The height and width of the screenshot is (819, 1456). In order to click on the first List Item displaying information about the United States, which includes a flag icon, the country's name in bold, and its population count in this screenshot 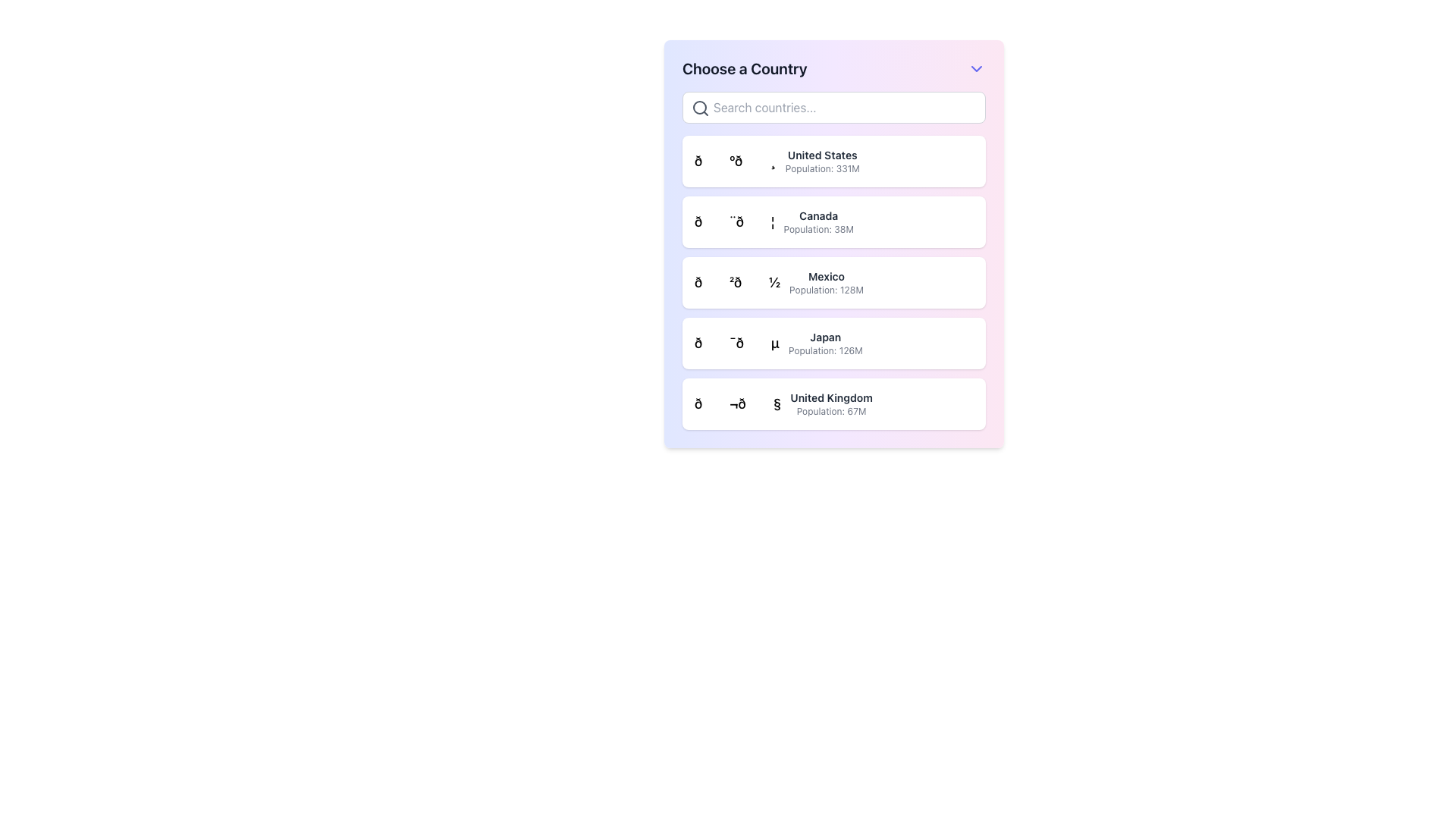, I will do `click(777, 161)`.